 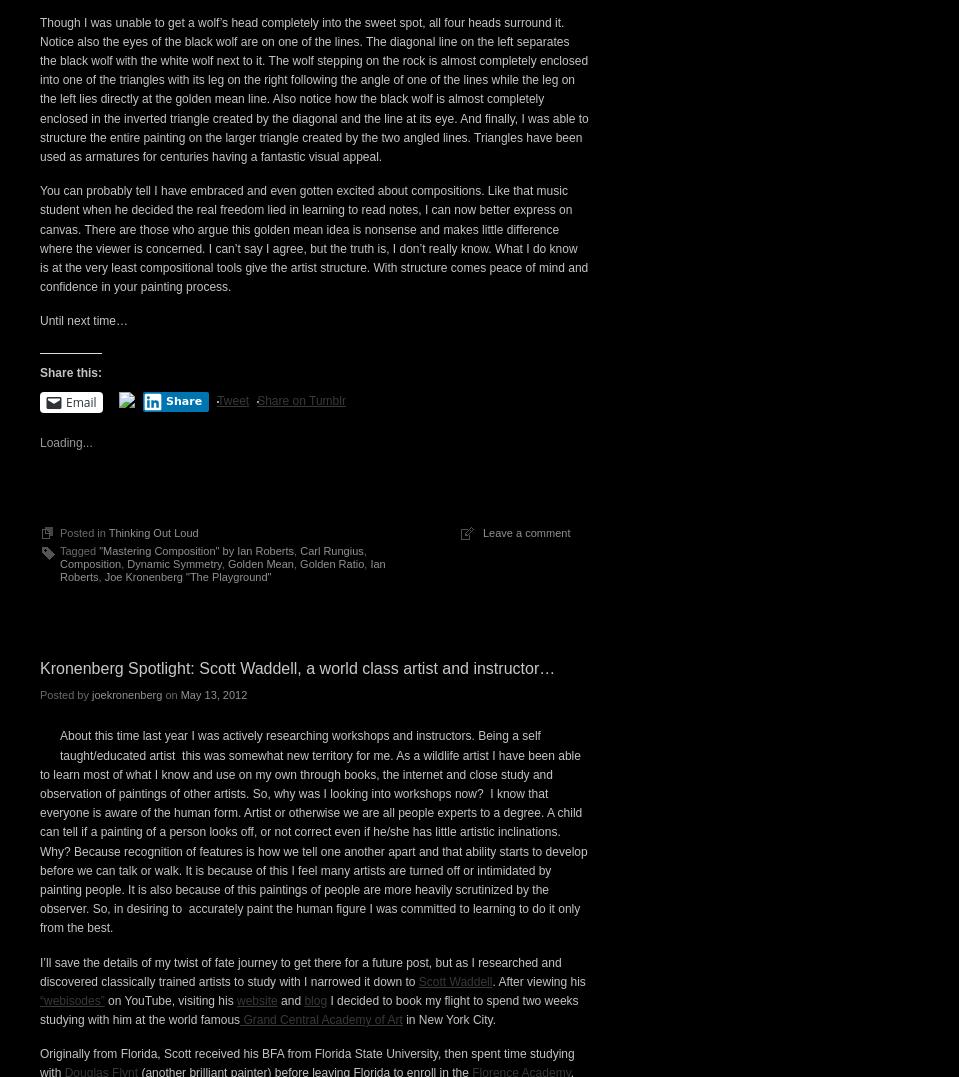 I want to click on 'Share on Tumblr', so click(x=300, y=746).